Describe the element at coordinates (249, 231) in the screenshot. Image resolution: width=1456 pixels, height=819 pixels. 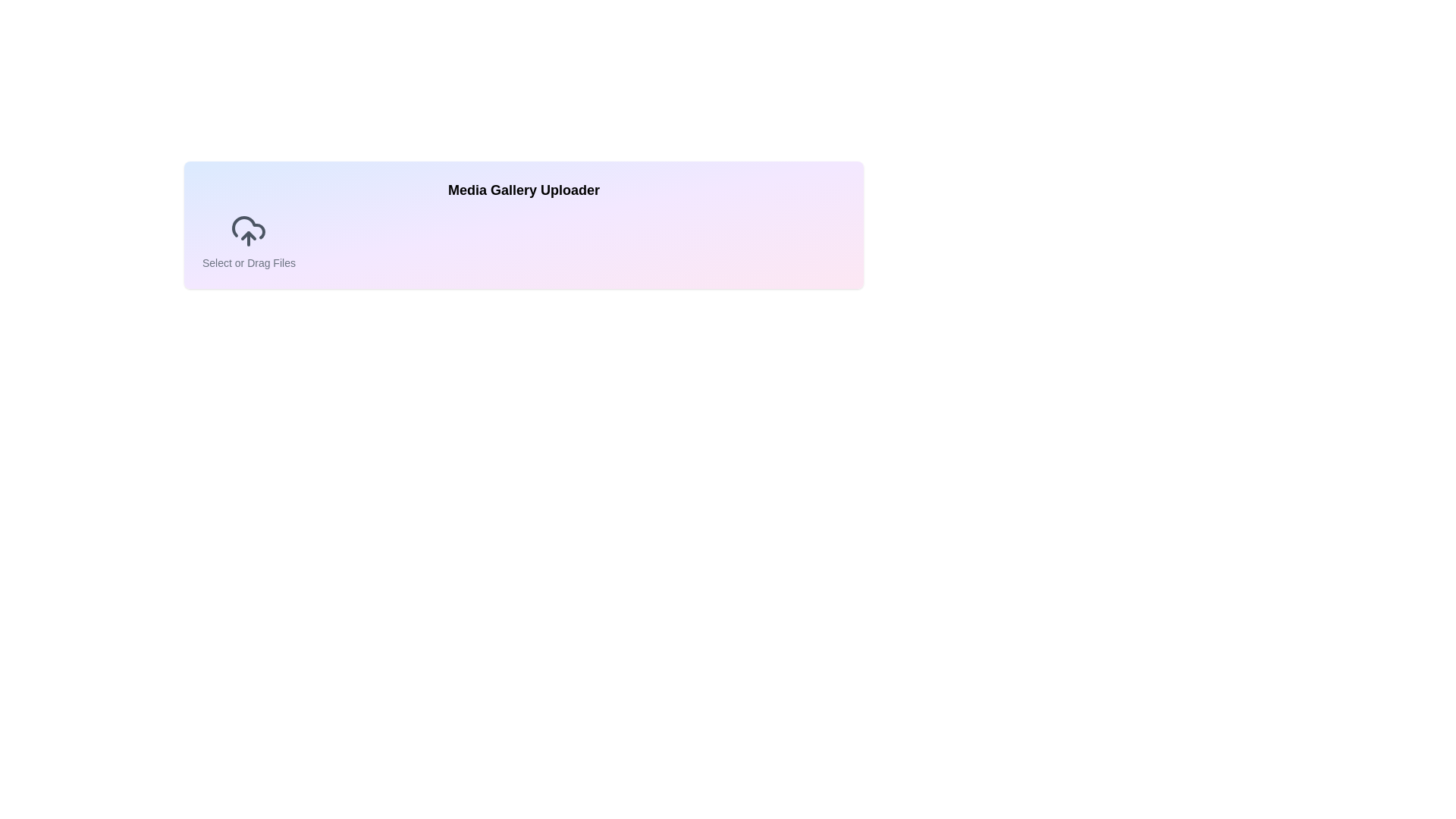
I see `the upload icon located near the top-left corner of the section, which is directly above the 'Select or Drag Files' text, to receive additional information or visual feedback` at that location.